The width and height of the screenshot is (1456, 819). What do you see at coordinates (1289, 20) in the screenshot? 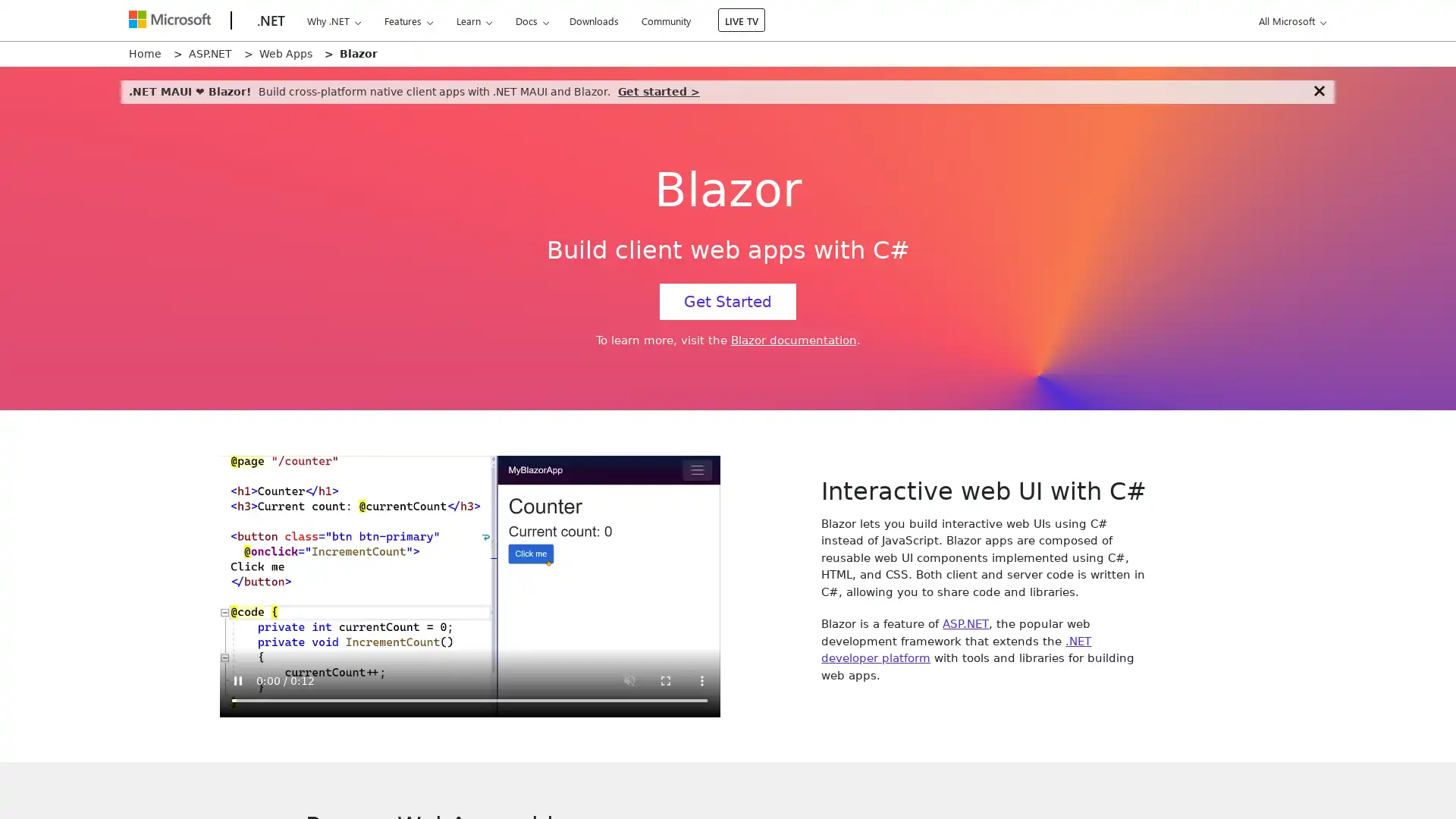
I see `All Microsoft expand to see list of Microsoft products and services` at bounding box center [1289, 20].